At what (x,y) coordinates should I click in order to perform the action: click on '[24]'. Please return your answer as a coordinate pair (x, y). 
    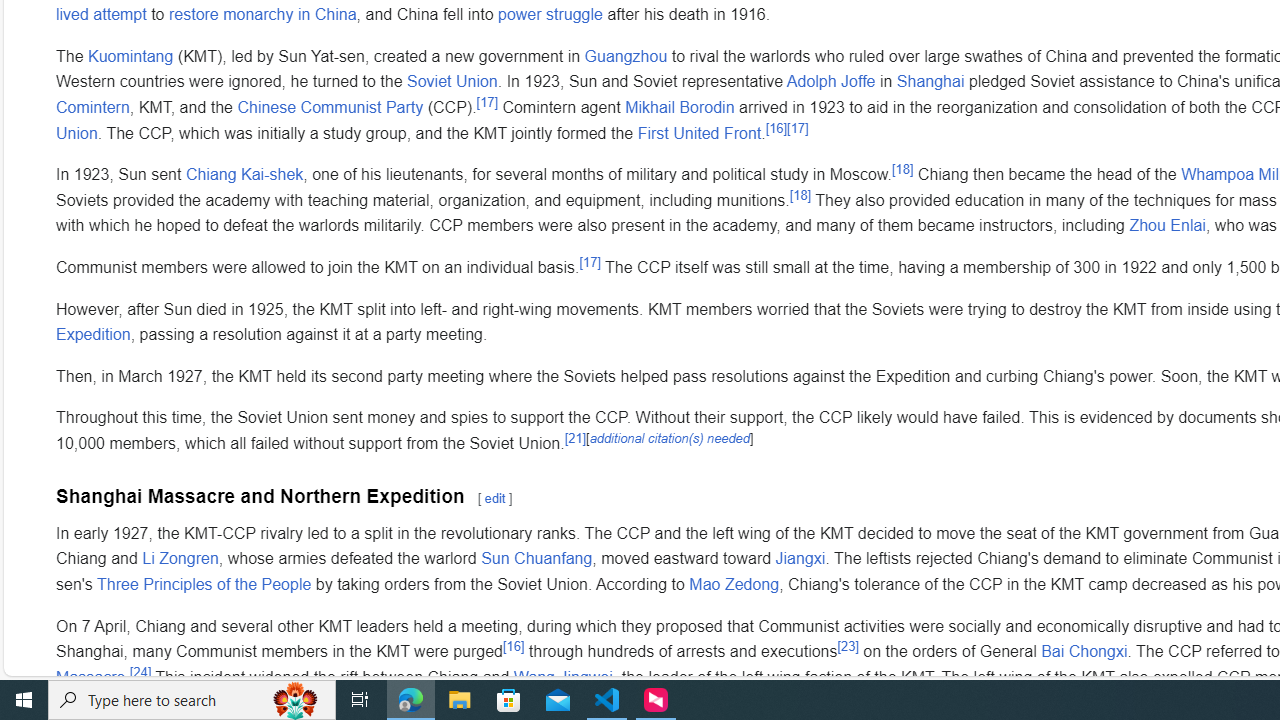
    Looking at the image, I should click on (139, 671).